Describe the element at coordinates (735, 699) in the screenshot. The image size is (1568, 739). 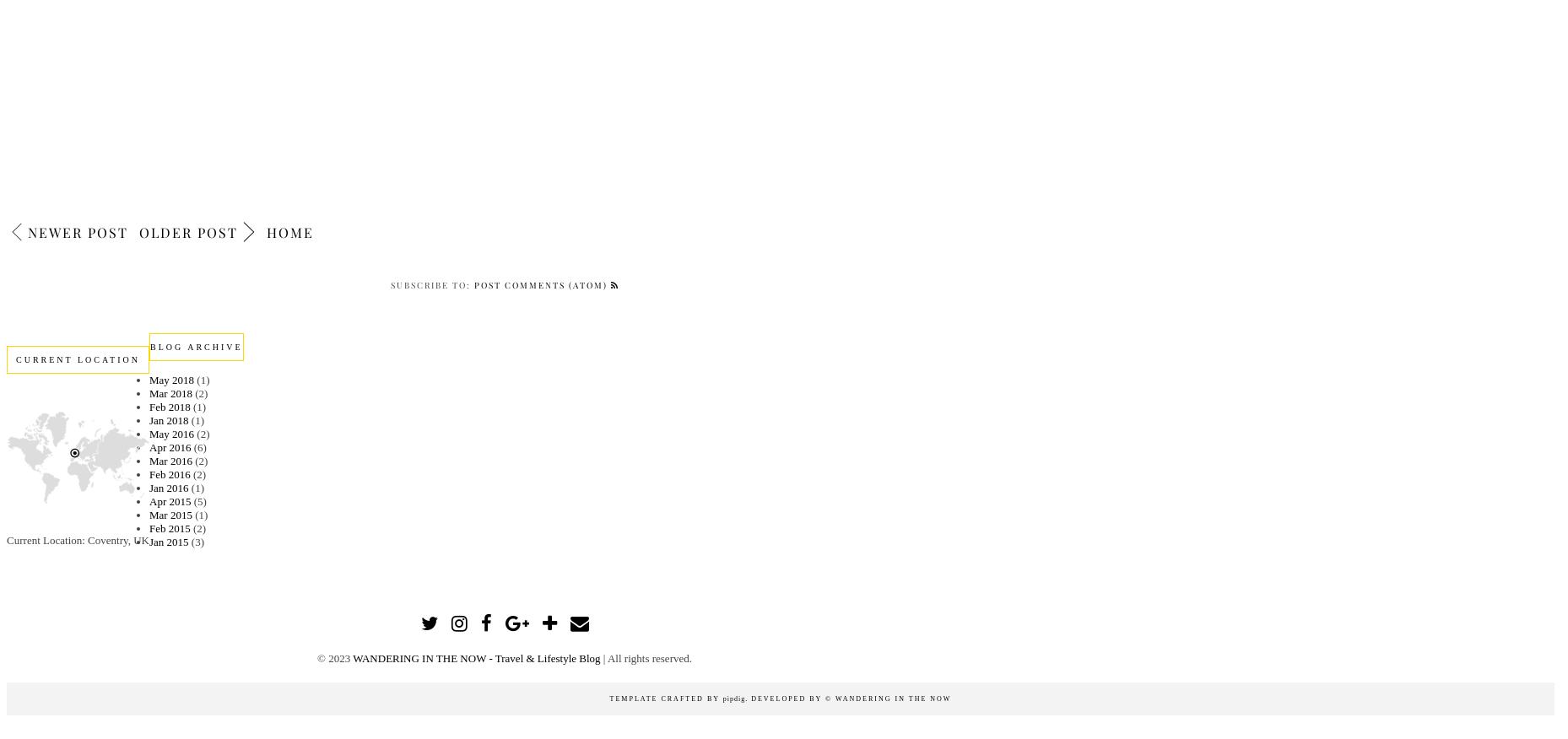
I see `'pipdig.'` at that location.